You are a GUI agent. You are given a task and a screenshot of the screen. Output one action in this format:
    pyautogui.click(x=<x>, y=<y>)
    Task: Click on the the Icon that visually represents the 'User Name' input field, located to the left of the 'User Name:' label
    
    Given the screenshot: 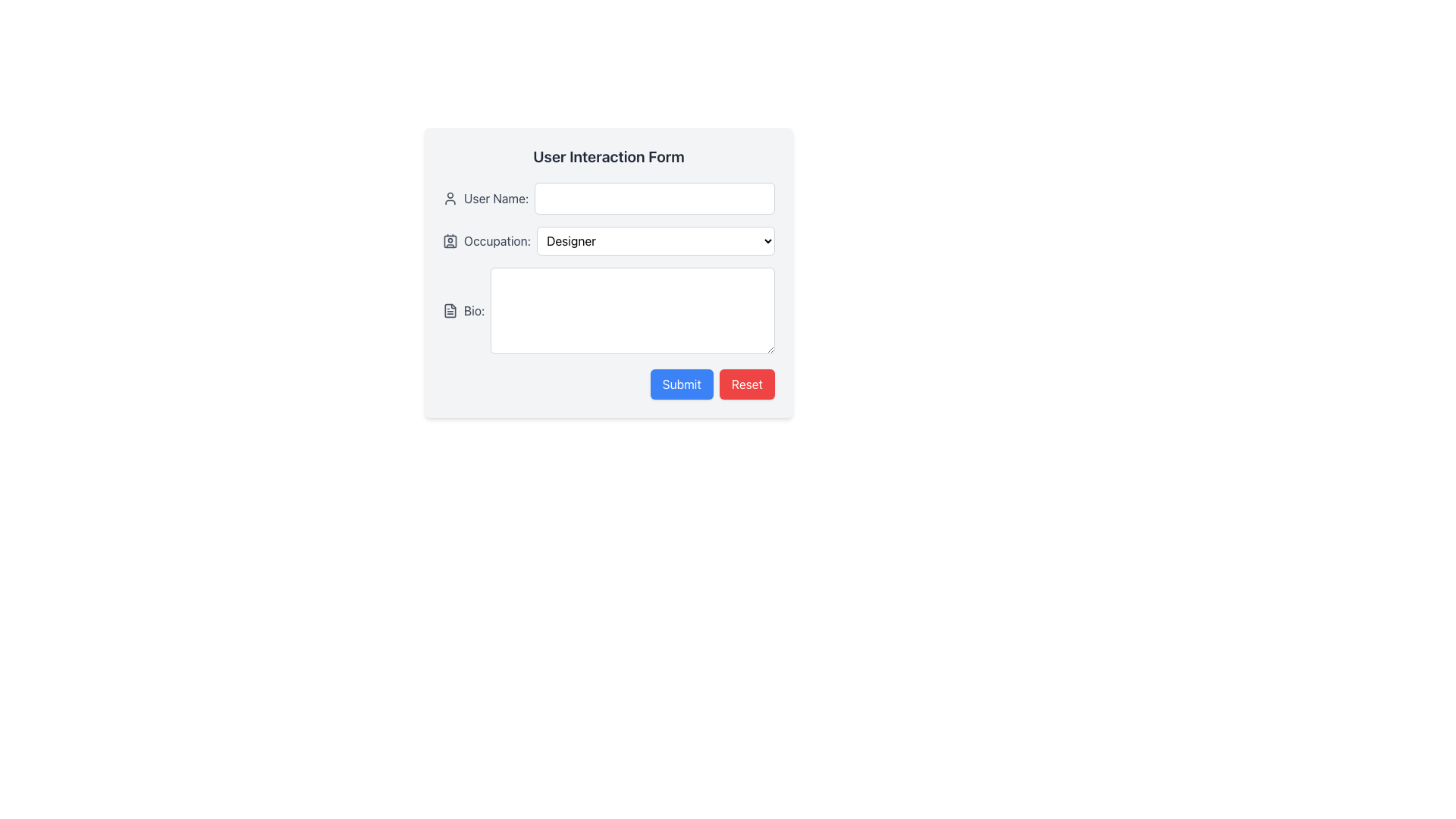 What is the action you would take?
    pyautogui.click(x=450, y=198)
    